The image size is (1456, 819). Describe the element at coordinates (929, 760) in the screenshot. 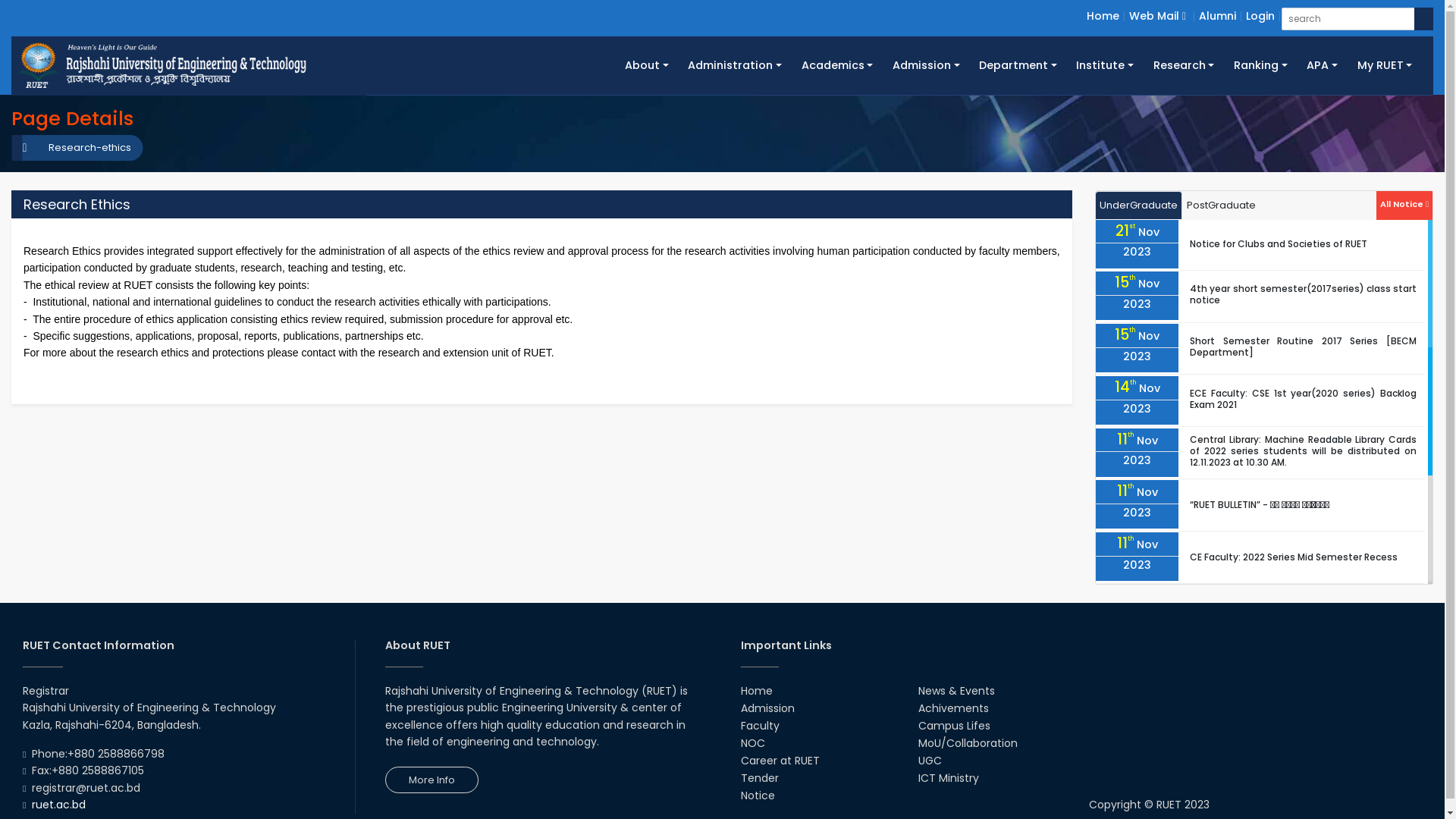

I see `'UGC'` at that location.